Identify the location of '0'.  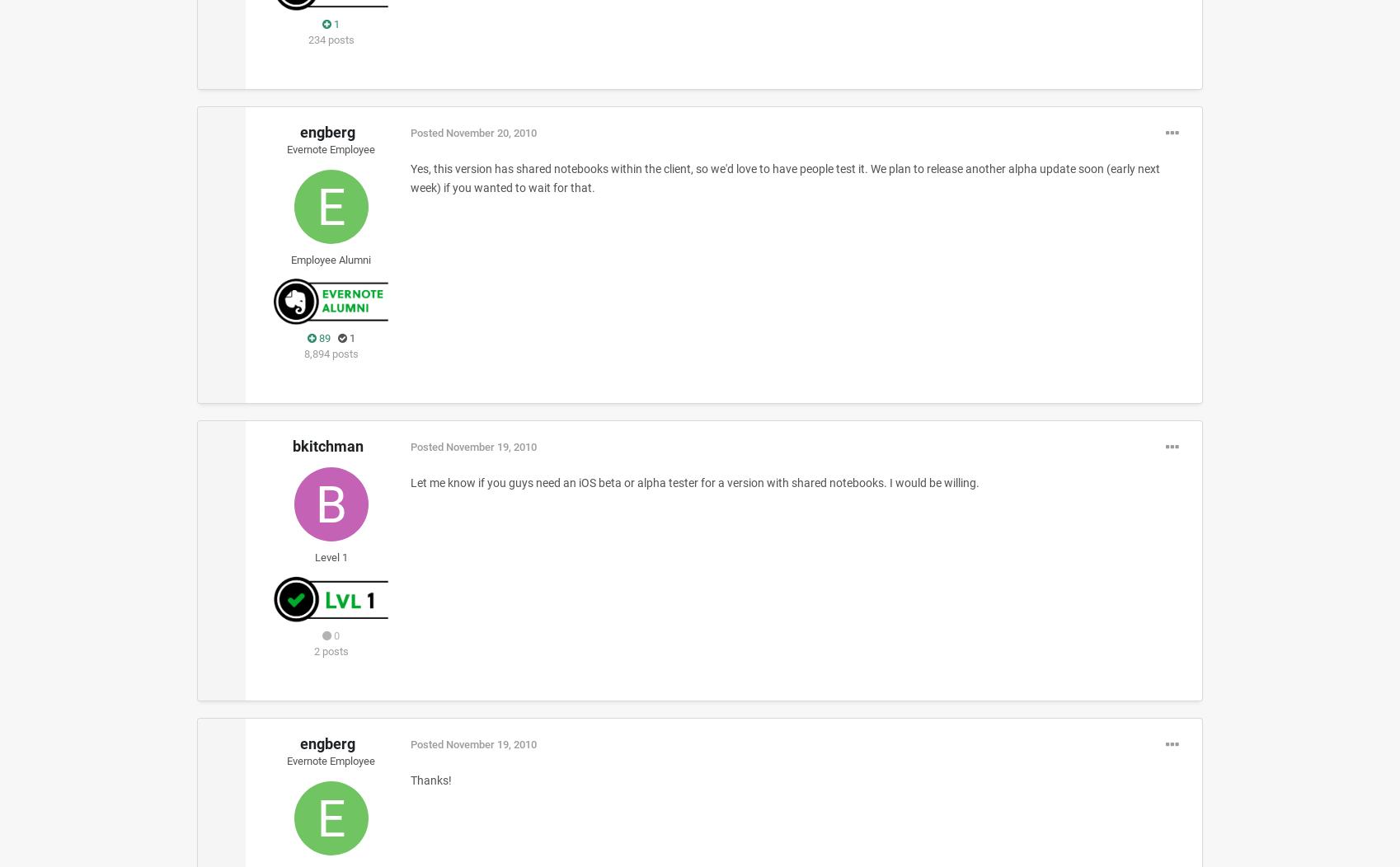
(331, 634).